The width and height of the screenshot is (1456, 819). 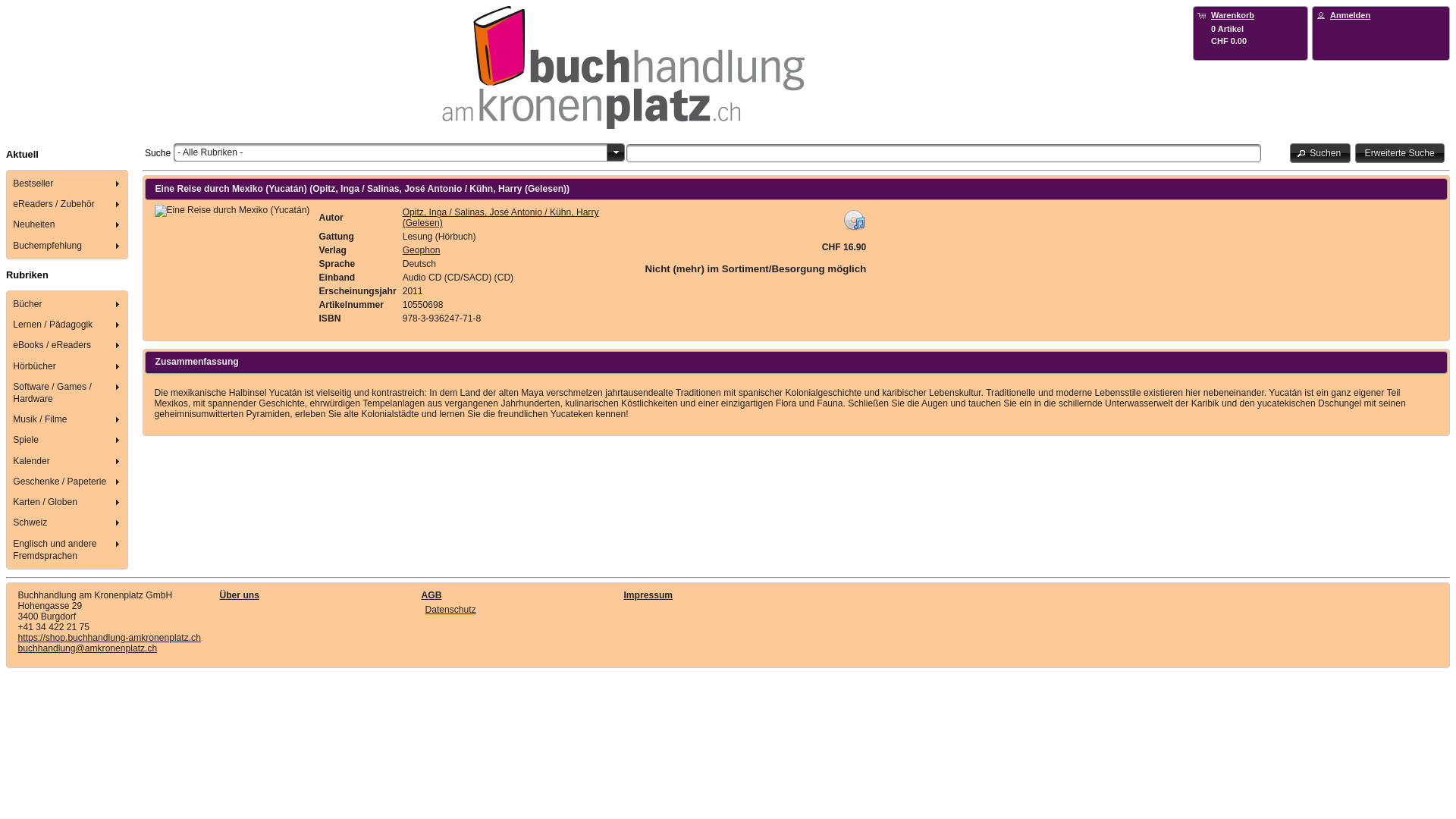 What do you see at coordinates (1250, 27) in the screenshot?
I see `'Warenkorb` at bounding box center [1250, 27].